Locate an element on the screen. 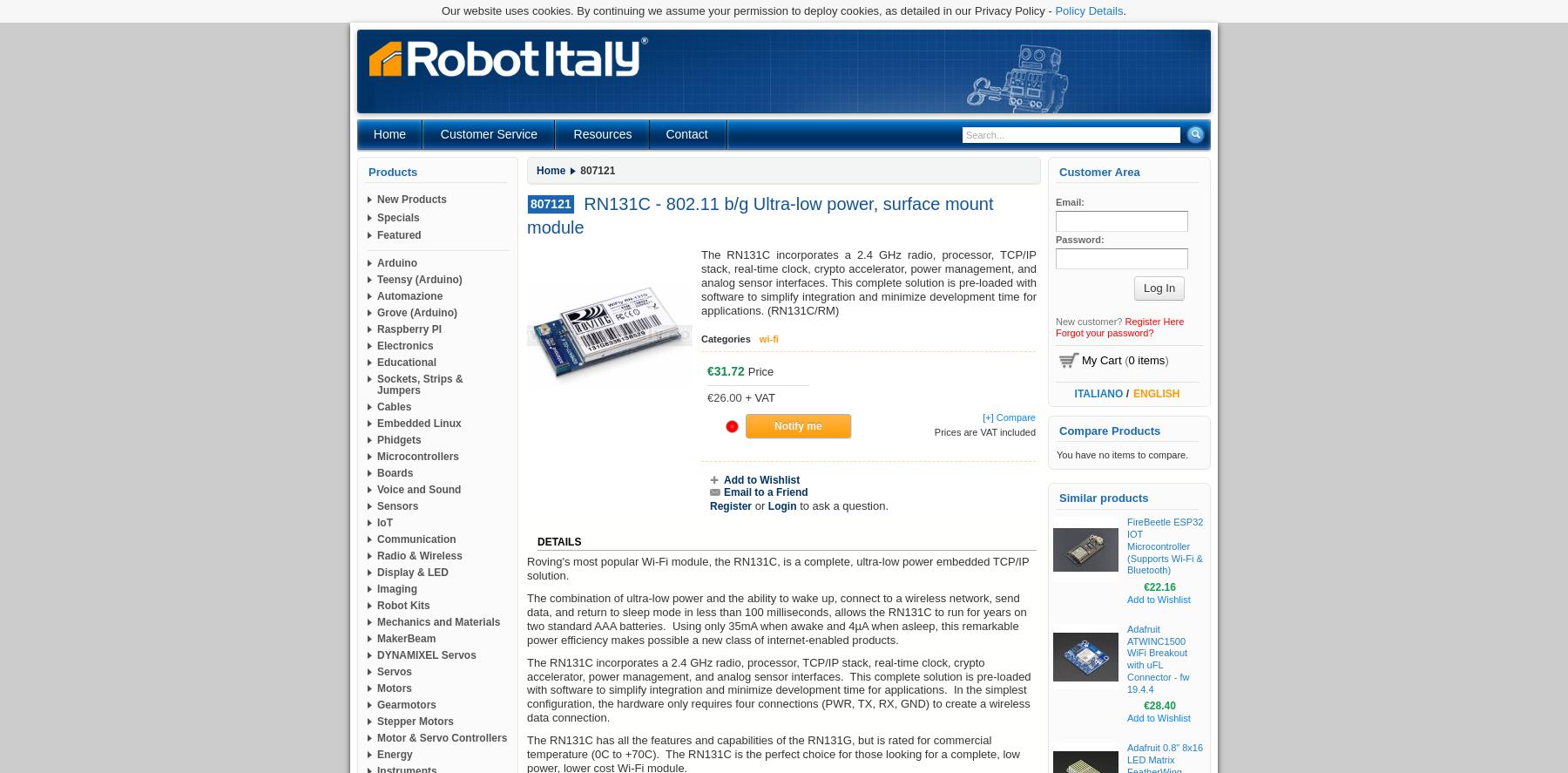  'Arduino' is located at coordinates (395, 261).